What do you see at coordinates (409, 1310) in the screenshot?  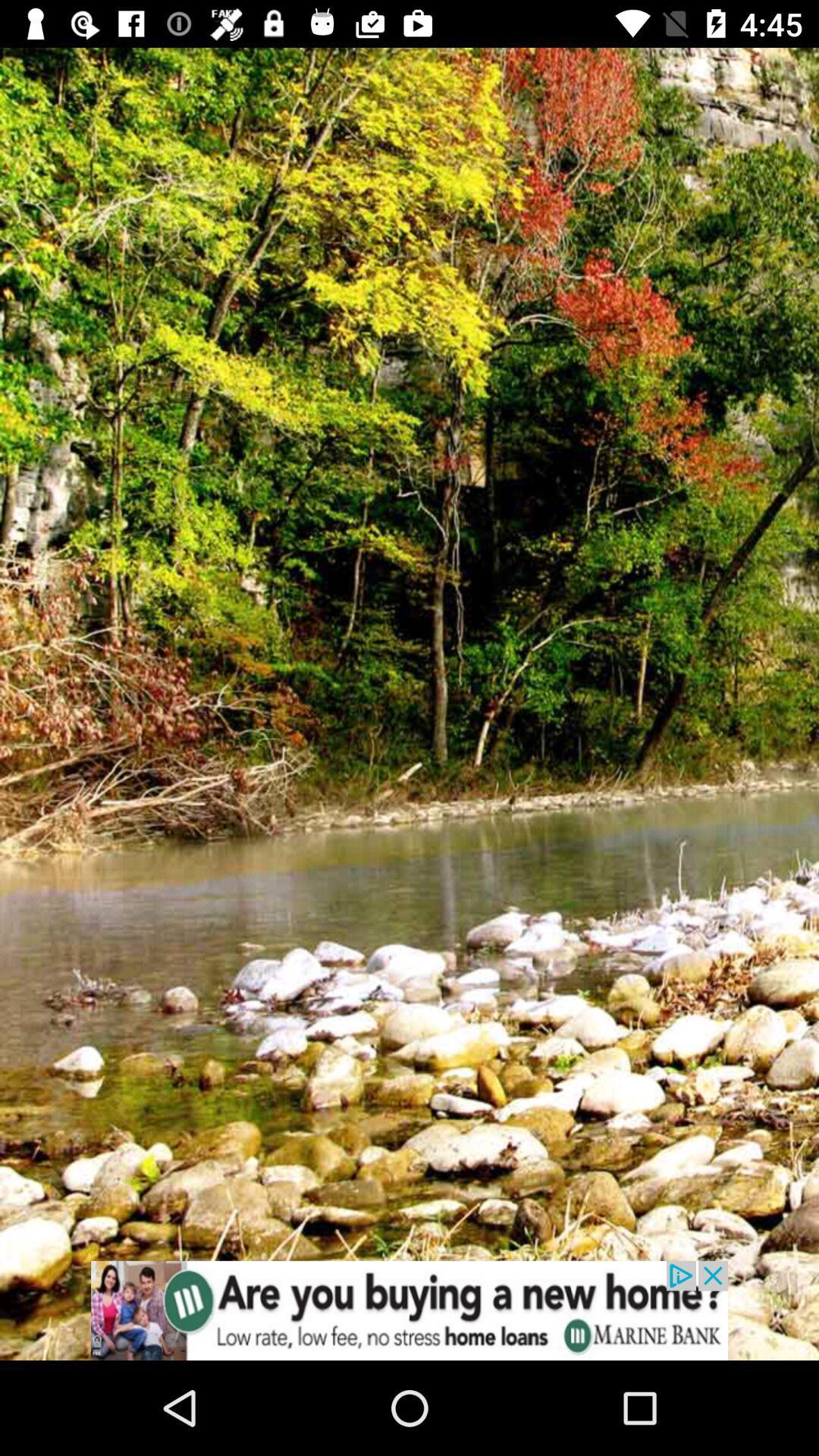 I see `option` at bounding box center [409, 1310].